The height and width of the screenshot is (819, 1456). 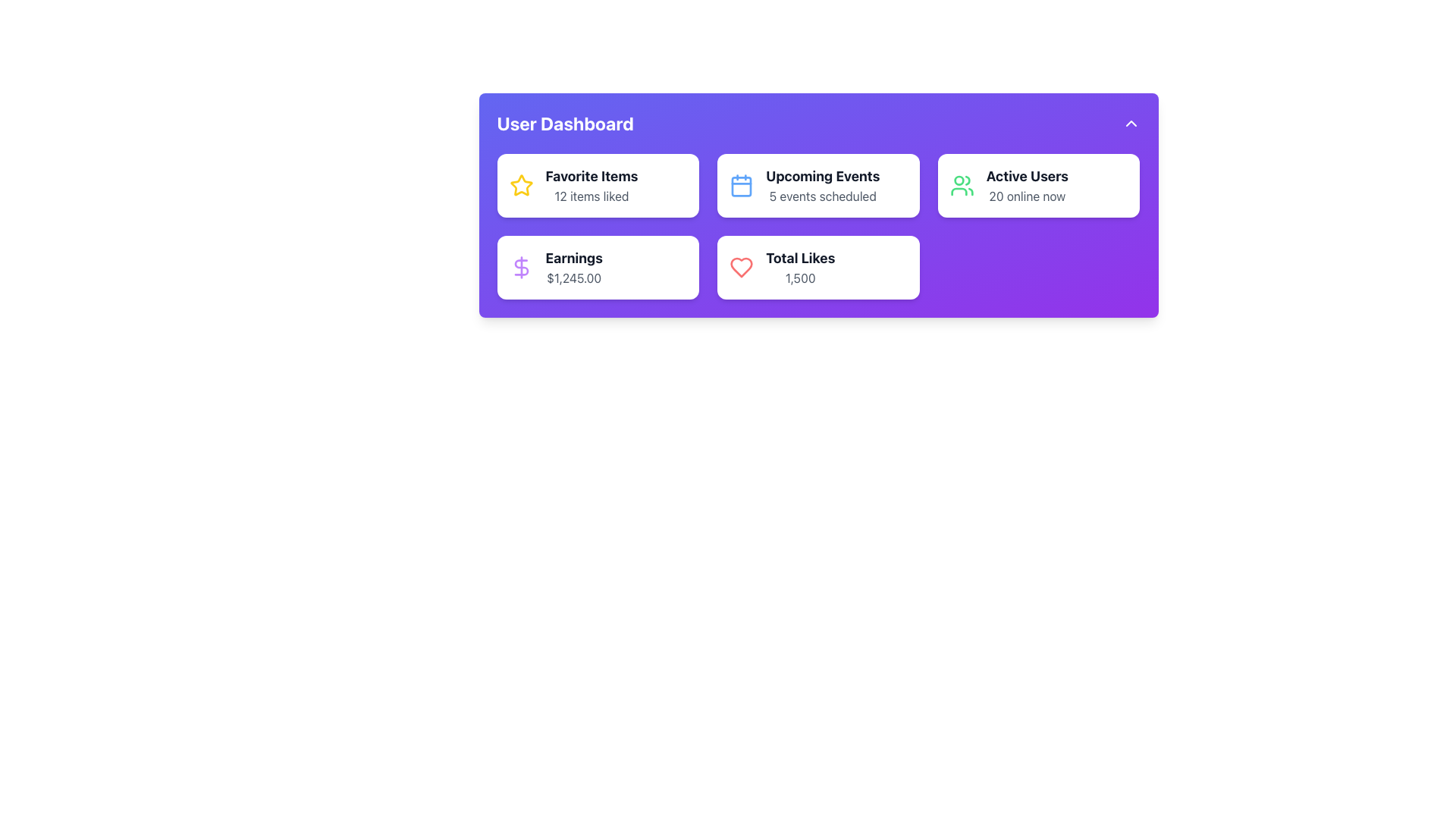 What do you see at coordinates (573, 267) in the screenshot?
I see `the text-based information display showing the earnings metric in the financial dashboard, located in the bottom-left corner of the dashboard card group, directly to the right of the purple dollar sign icon` at bounding box center [573, 267].